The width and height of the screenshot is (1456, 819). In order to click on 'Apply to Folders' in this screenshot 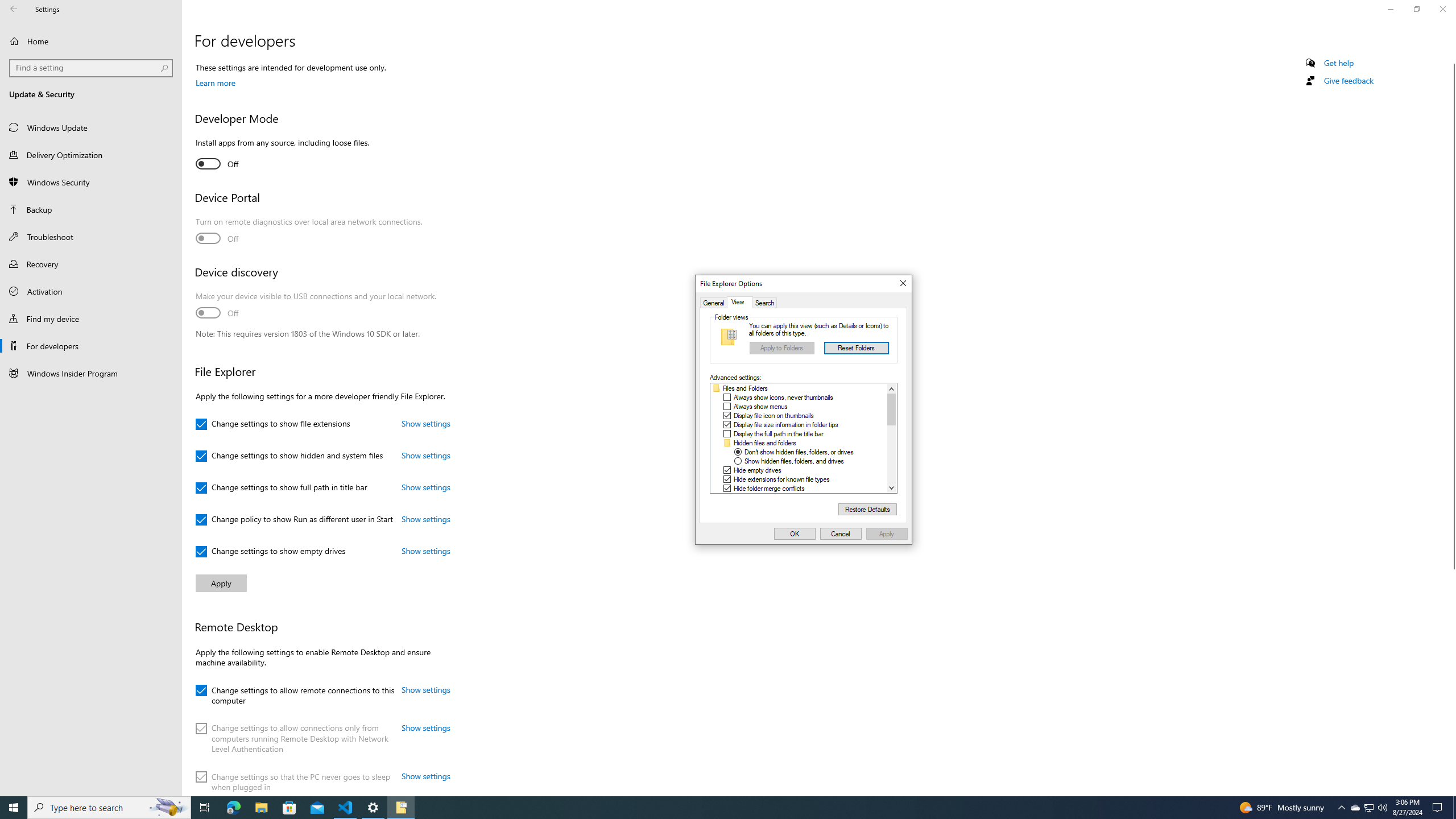, I will do `click(781, 348)`.